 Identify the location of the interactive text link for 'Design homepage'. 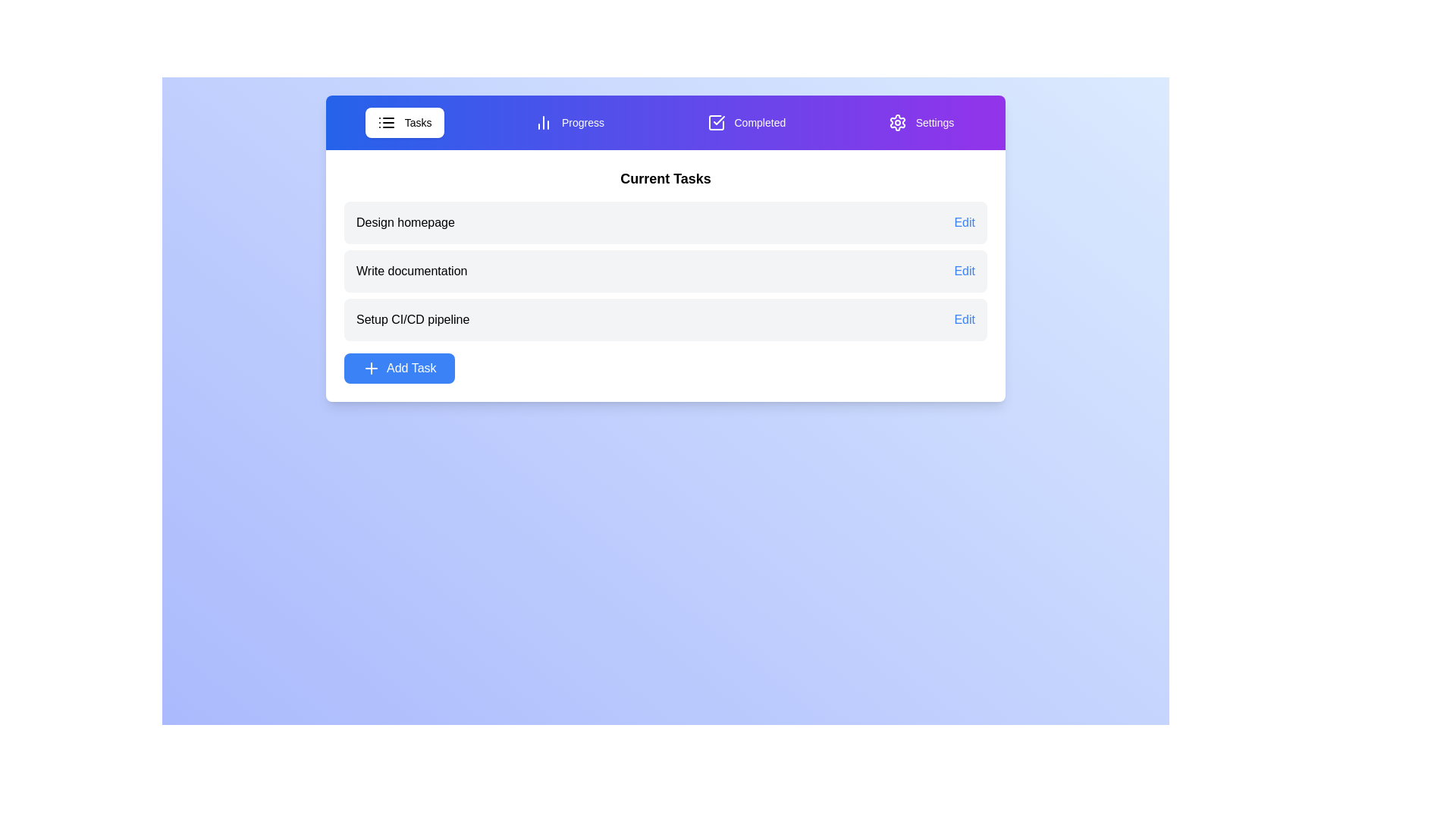
(964, 222).